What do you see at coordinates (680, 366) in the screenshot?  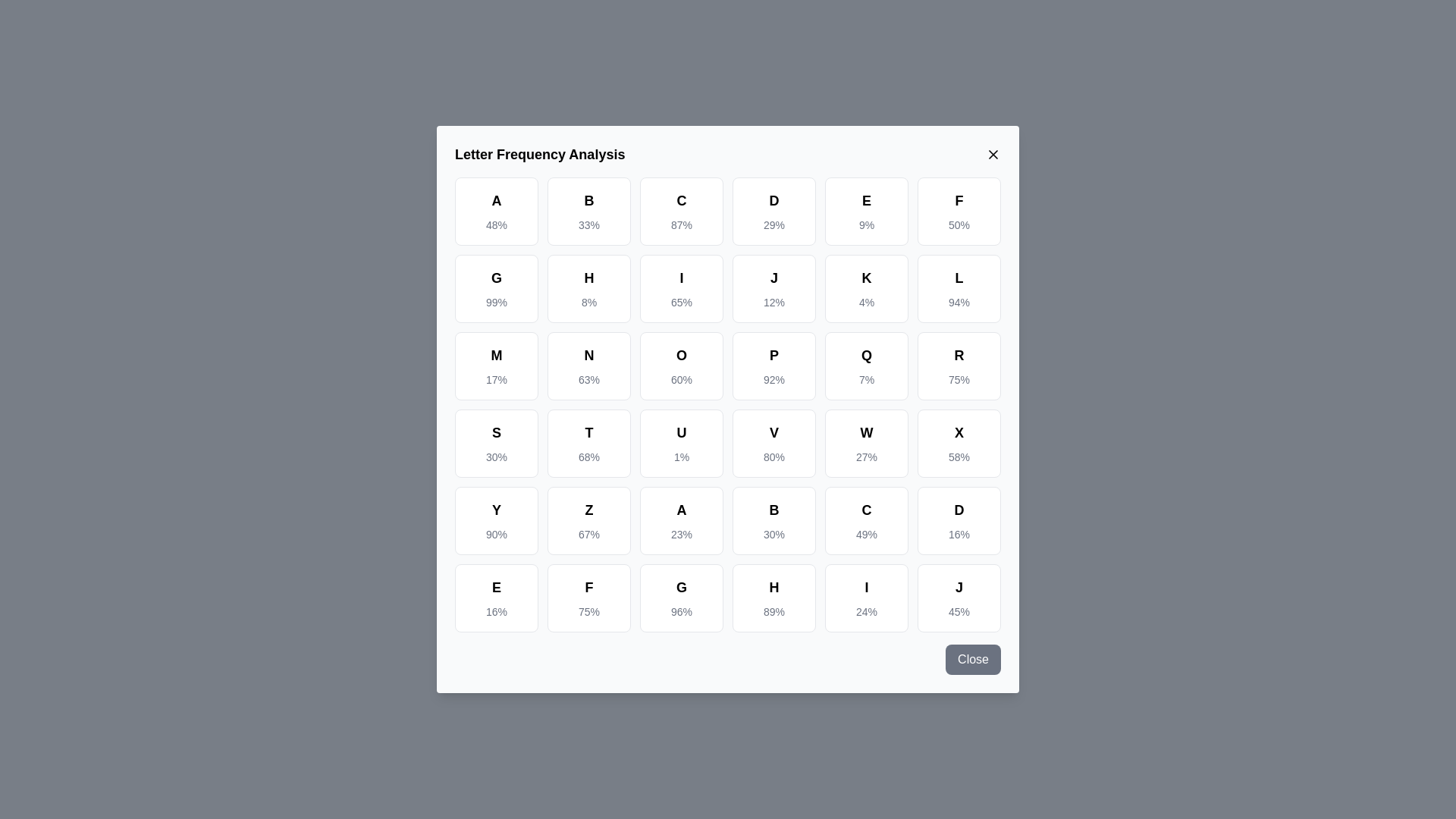 I see `the letter cell corresponding to O` at bounding box center [680, 366].